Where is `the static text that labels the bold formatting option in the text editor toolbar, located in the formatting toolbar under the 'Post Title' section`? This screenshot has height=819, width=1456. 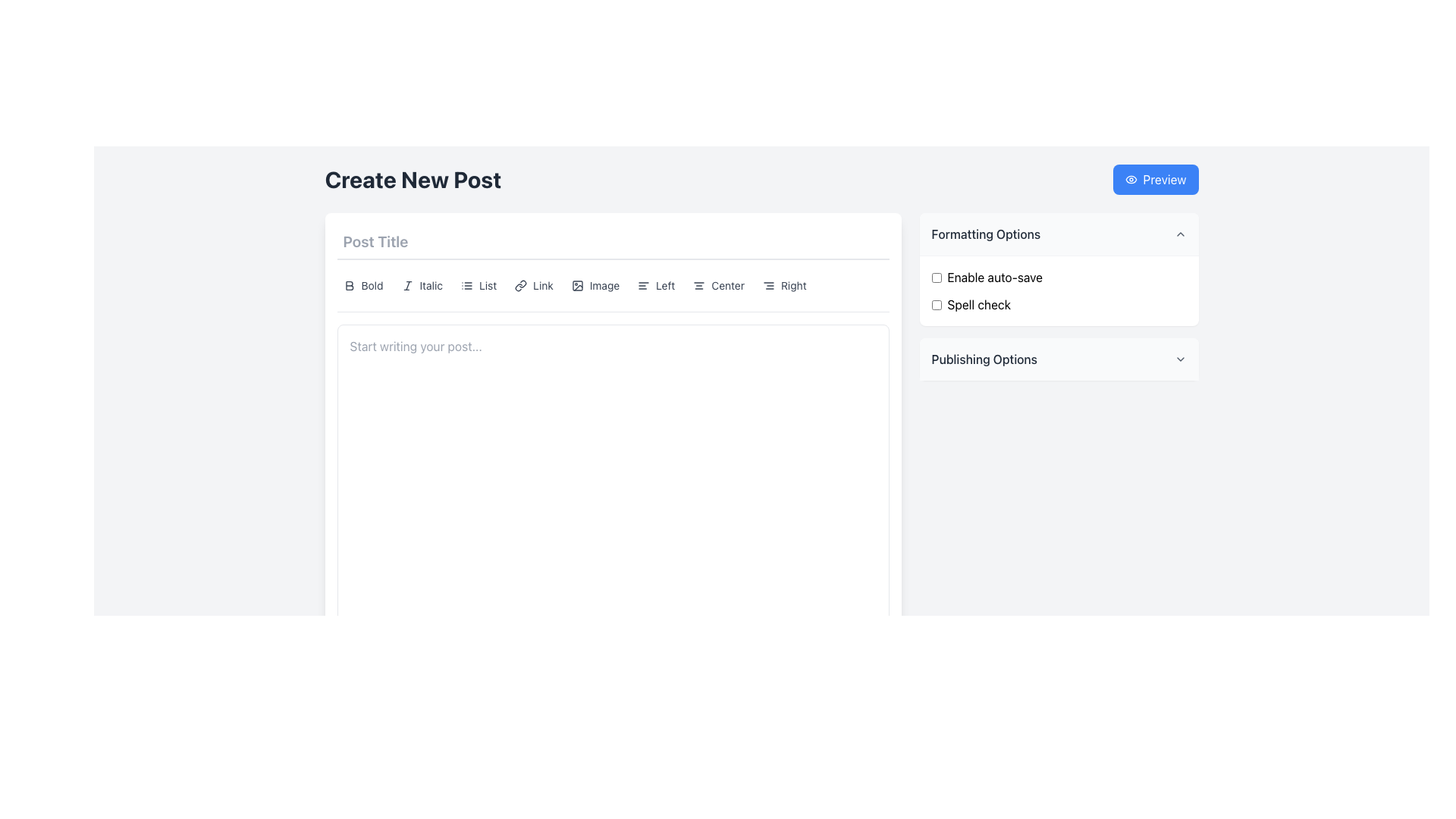
the static text that labels the bold formatting option in the text editor toolbar, located in the formatting toolbar under the 'Post Title' section is located at coordinates (372, 286).